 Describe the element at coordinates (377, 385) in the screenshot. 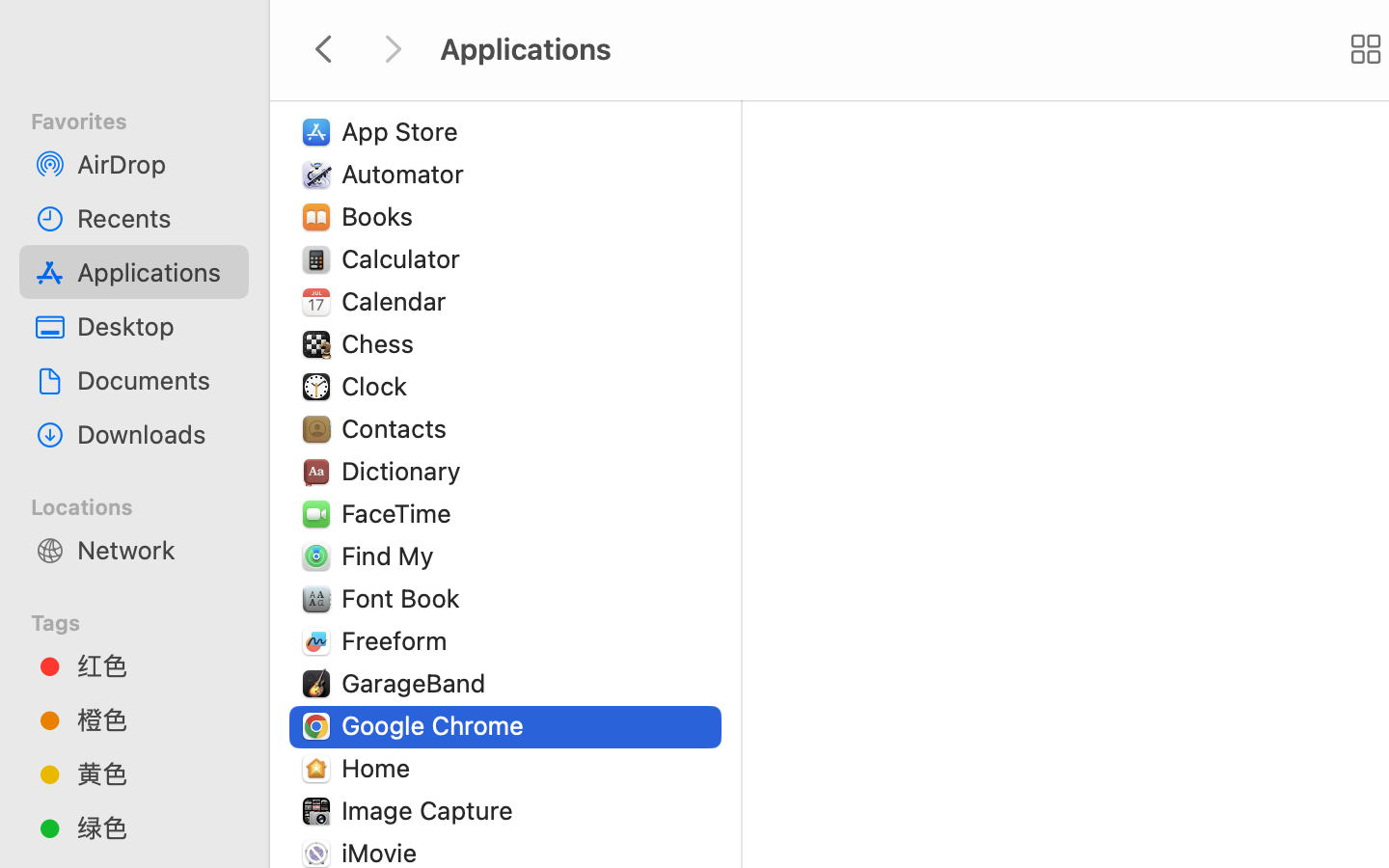

I see `'Clock'` at that location.